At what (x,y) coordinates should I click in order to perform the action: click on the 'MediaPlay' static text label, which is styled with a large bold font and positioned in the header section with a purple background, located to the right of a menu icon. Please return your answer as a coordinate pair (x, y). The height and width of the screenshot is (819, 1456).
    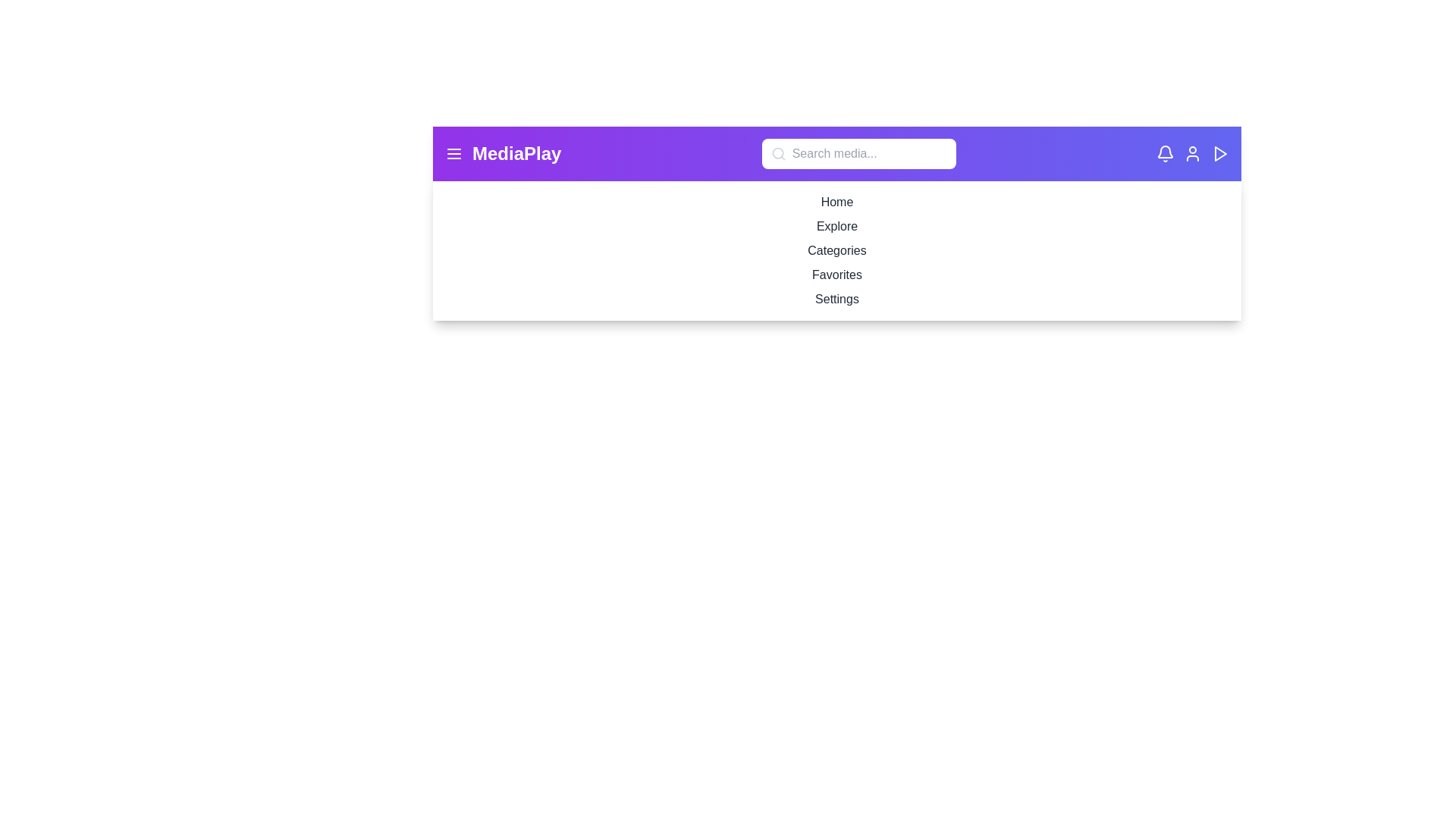
    Looking at the image, I should click on (516, 154).